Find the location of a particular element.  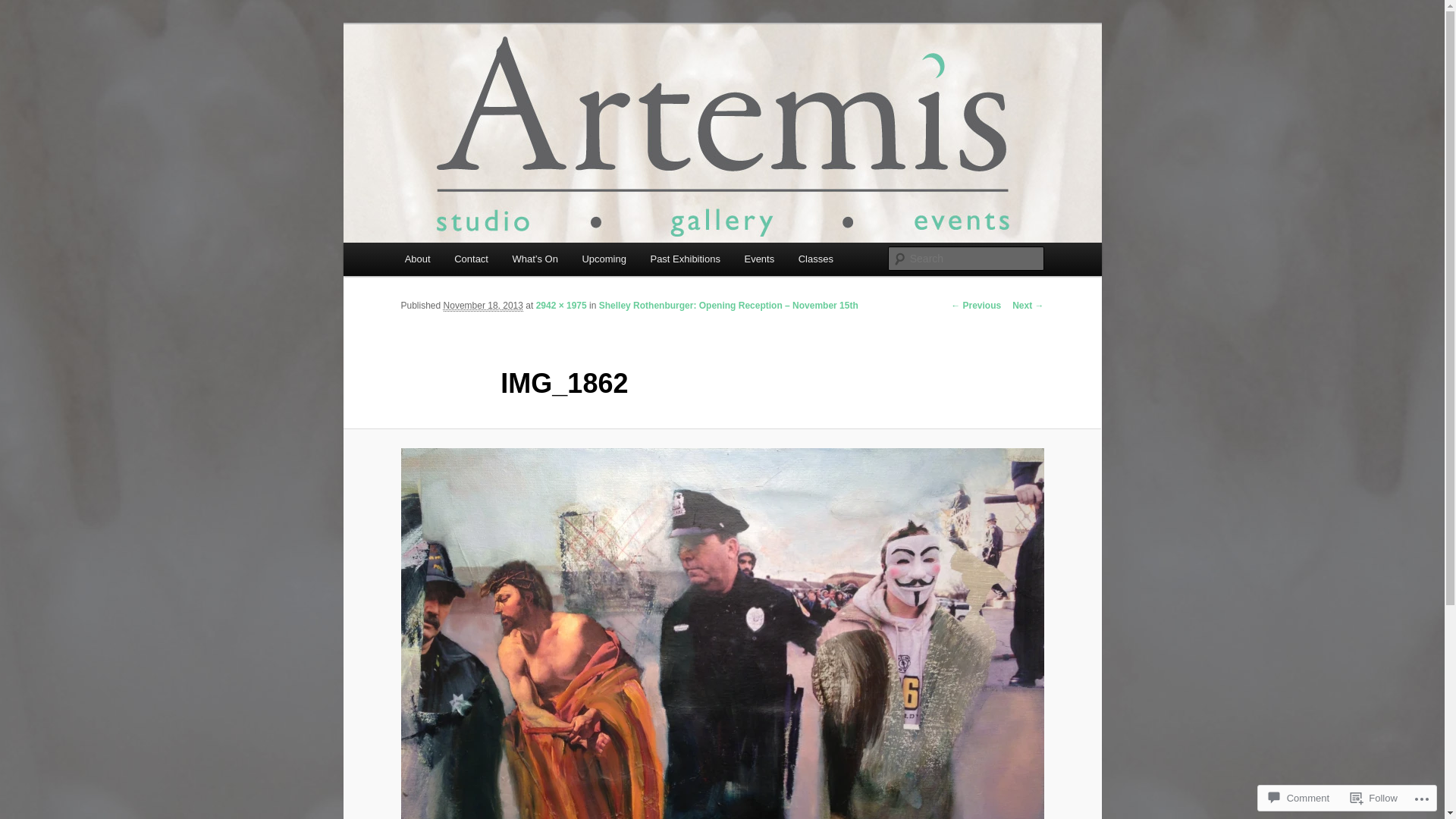

'Contact' is located at coordinates (469, 258).